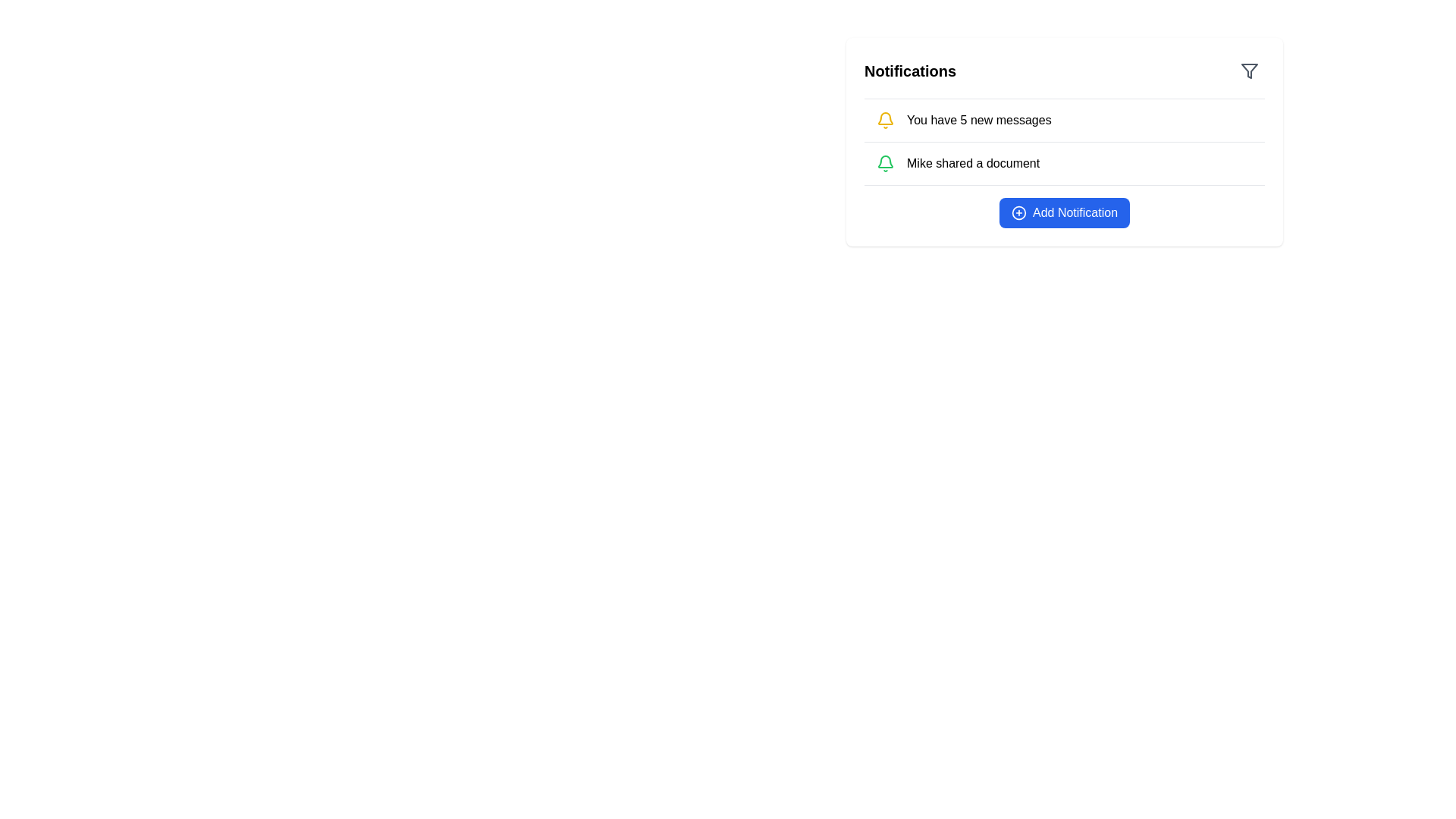  I want to click on the text label displaying 'Mike shared a document' located in the notification panel, specifically as the second notification entry adjacent to a green bell icon, so click(973, 164).